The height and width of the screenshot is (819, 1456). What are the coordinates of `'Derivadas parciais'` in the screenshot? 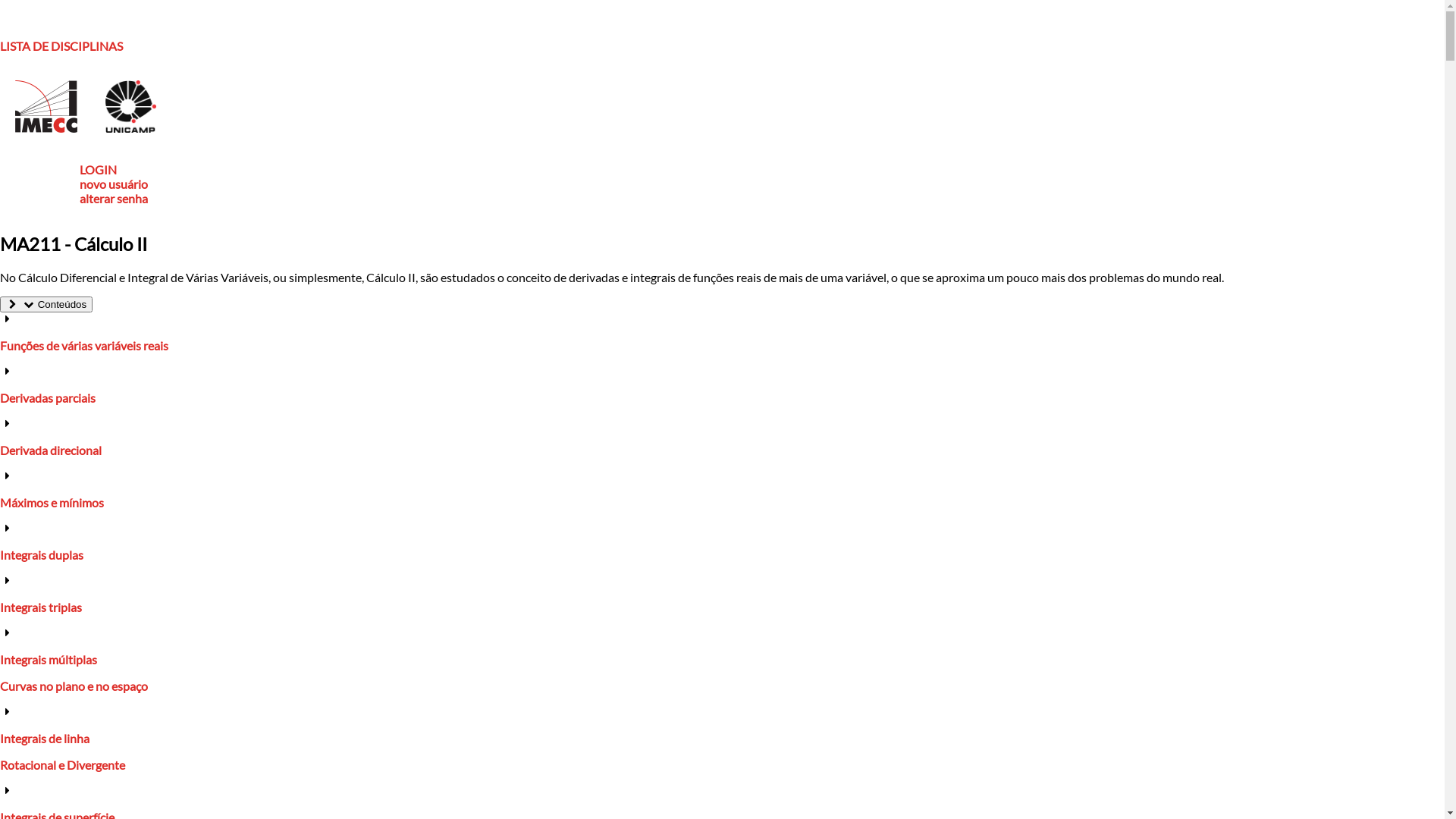 It's located at (47, 397).